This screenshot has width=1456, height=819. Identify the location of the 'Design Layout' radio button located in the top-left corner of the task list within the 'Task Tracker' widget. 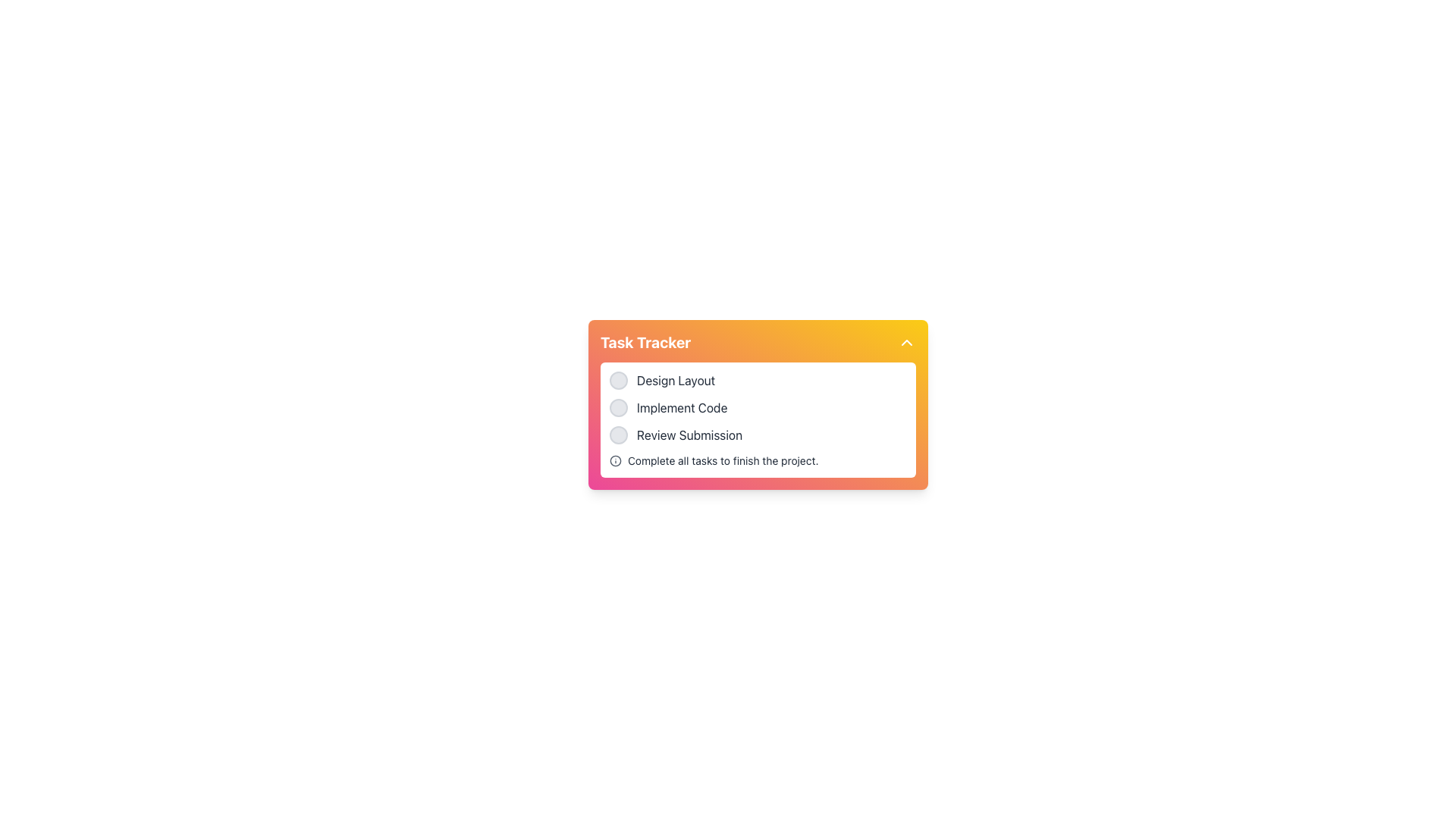
(619, 379).